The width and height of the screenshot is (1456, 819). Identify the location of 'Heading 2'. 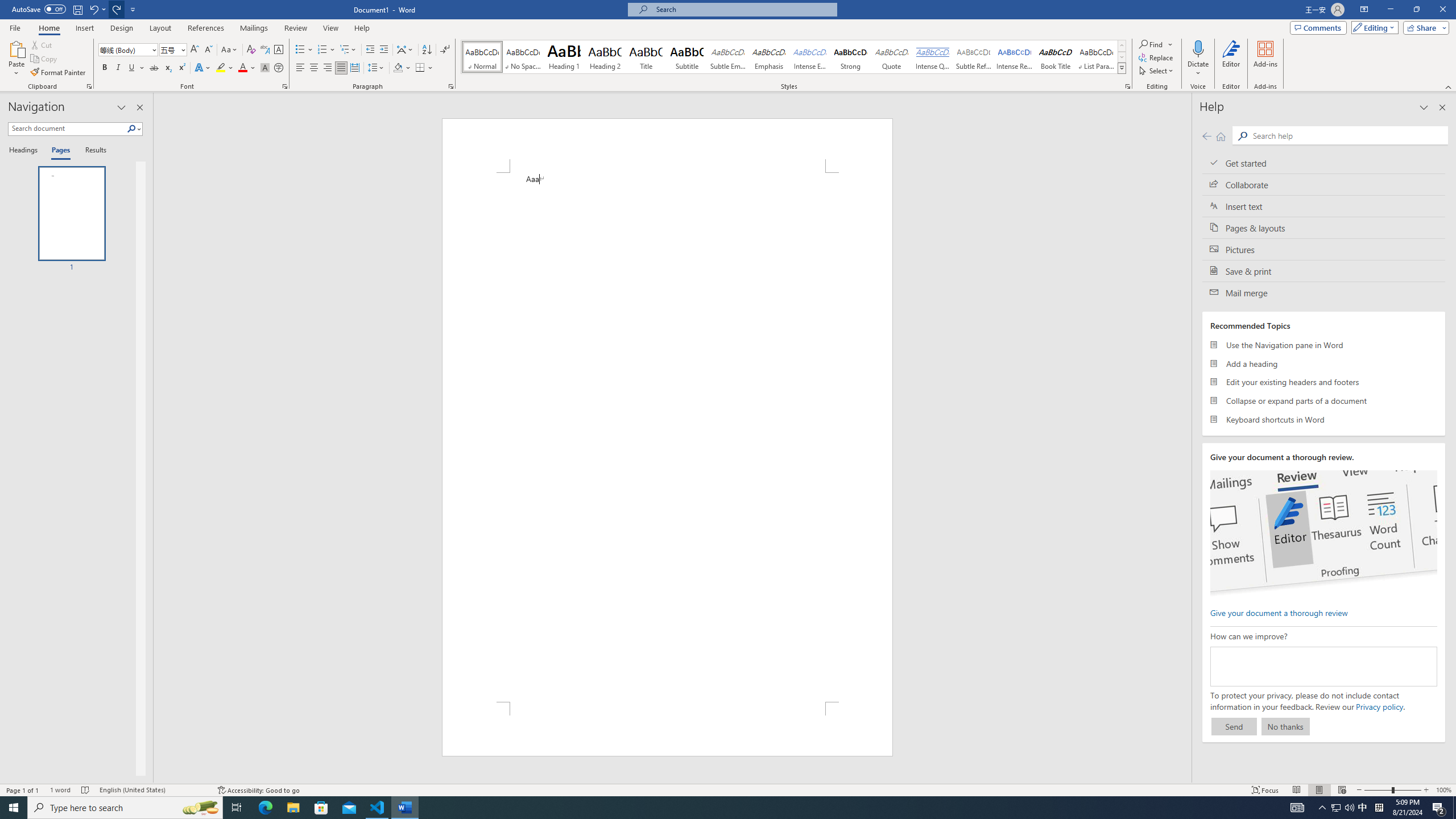
(605, 56).